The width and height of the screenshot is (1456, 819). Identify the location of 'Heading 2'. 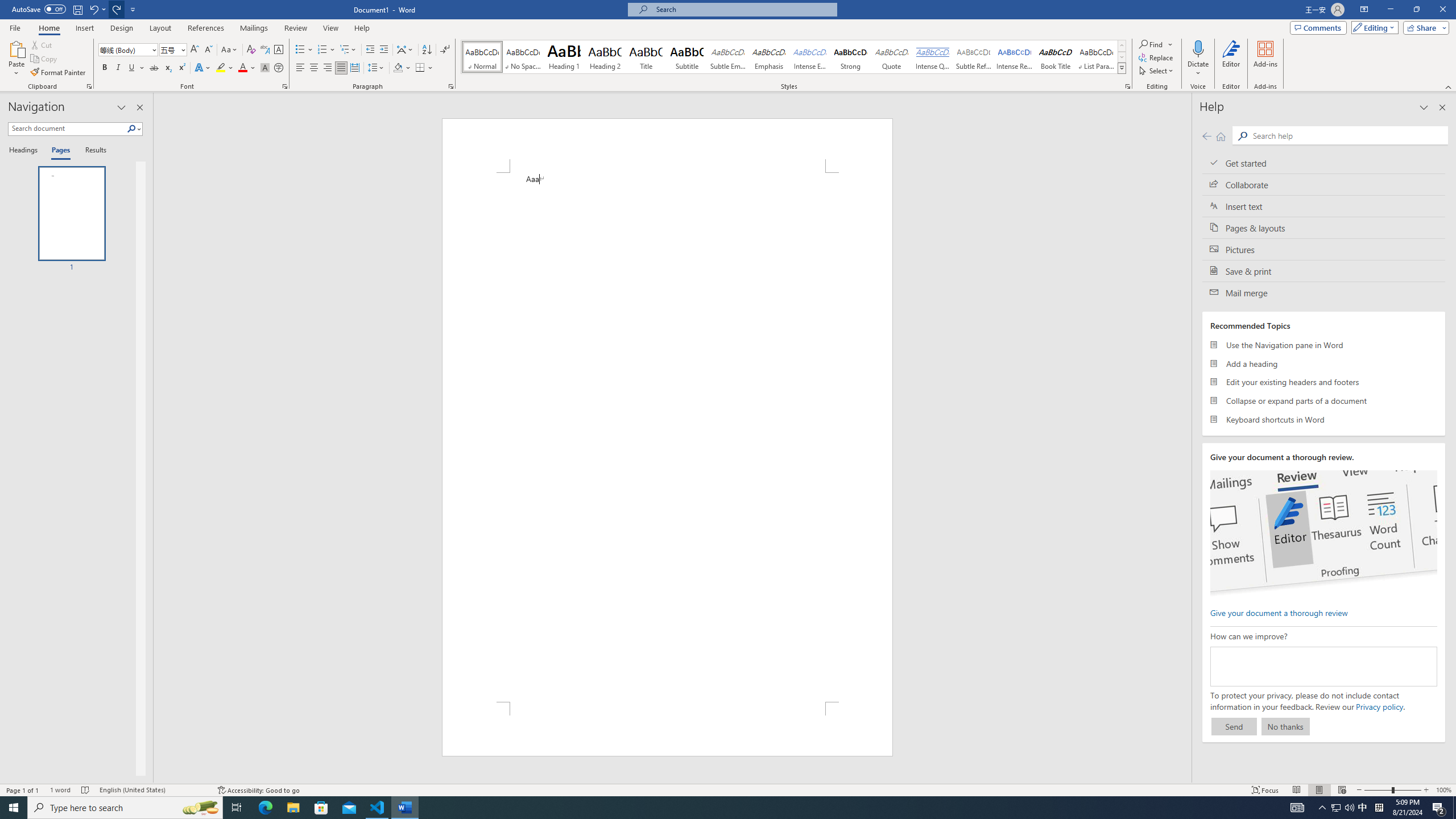
(605, 56).